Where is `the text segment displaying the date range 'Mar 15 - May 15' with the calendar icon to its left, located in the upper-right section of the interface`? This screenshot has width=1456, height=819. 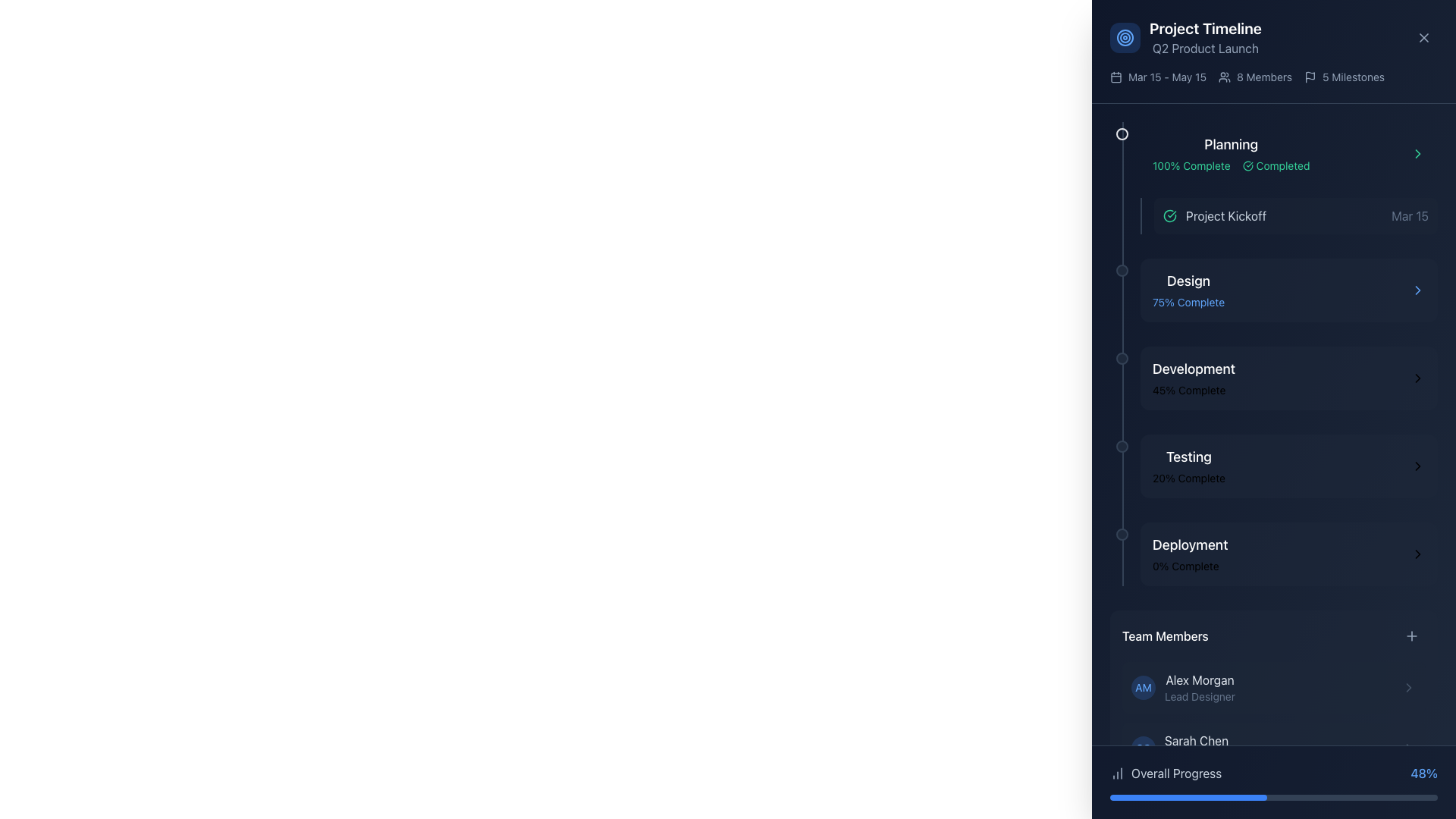
the text segment displaying the date range 'Mar 15 - May 15' with the calendar icon to its left, located in the upper-right section of the interface is located at coordinates (1157, 77).